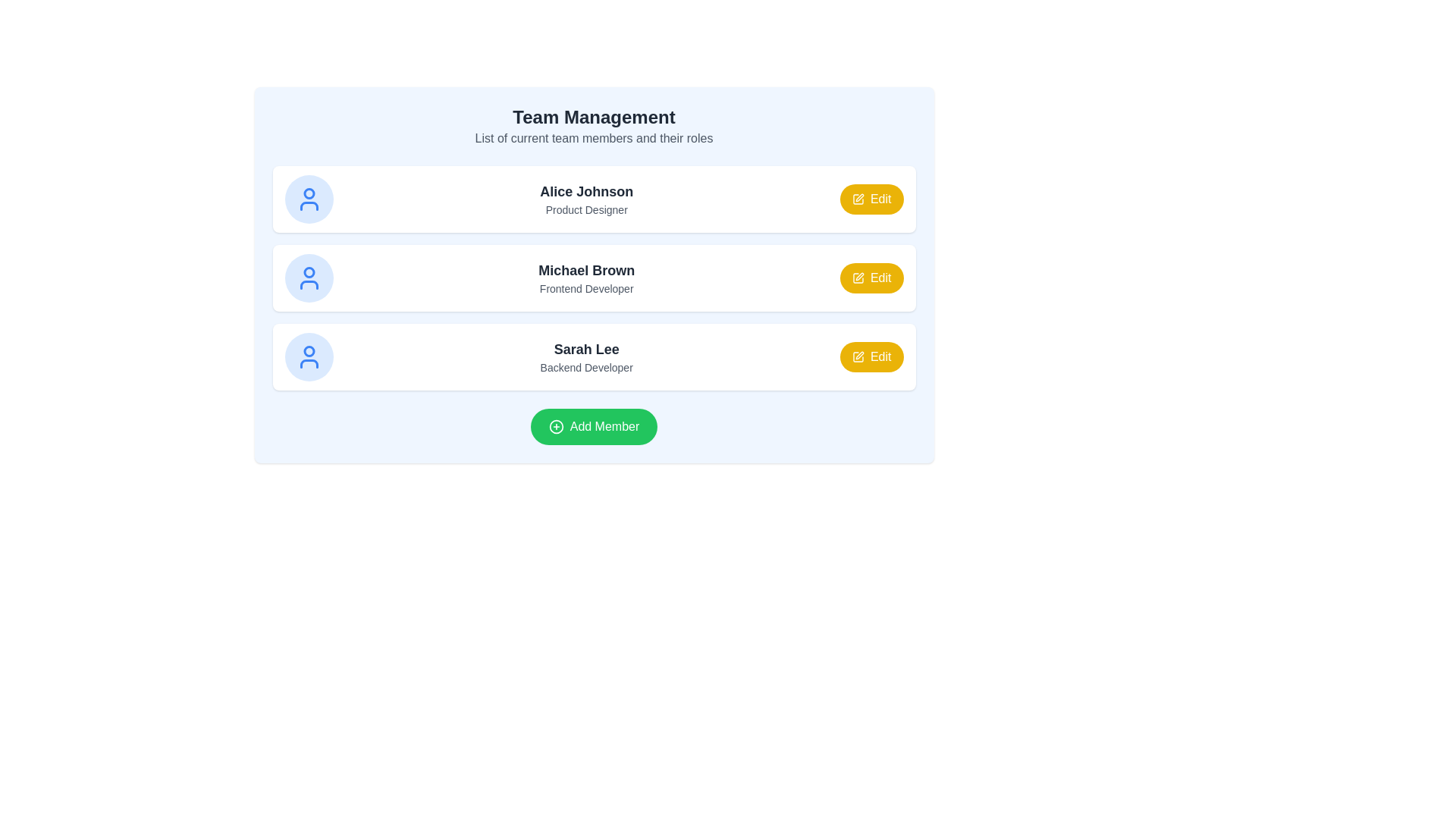  Describe the element at coordinates (859, 277) in the screenshot. I see `the Edit Pen Icon located to the right of the user entry for 'Michael Brown' in the second row of the user list` at that location.